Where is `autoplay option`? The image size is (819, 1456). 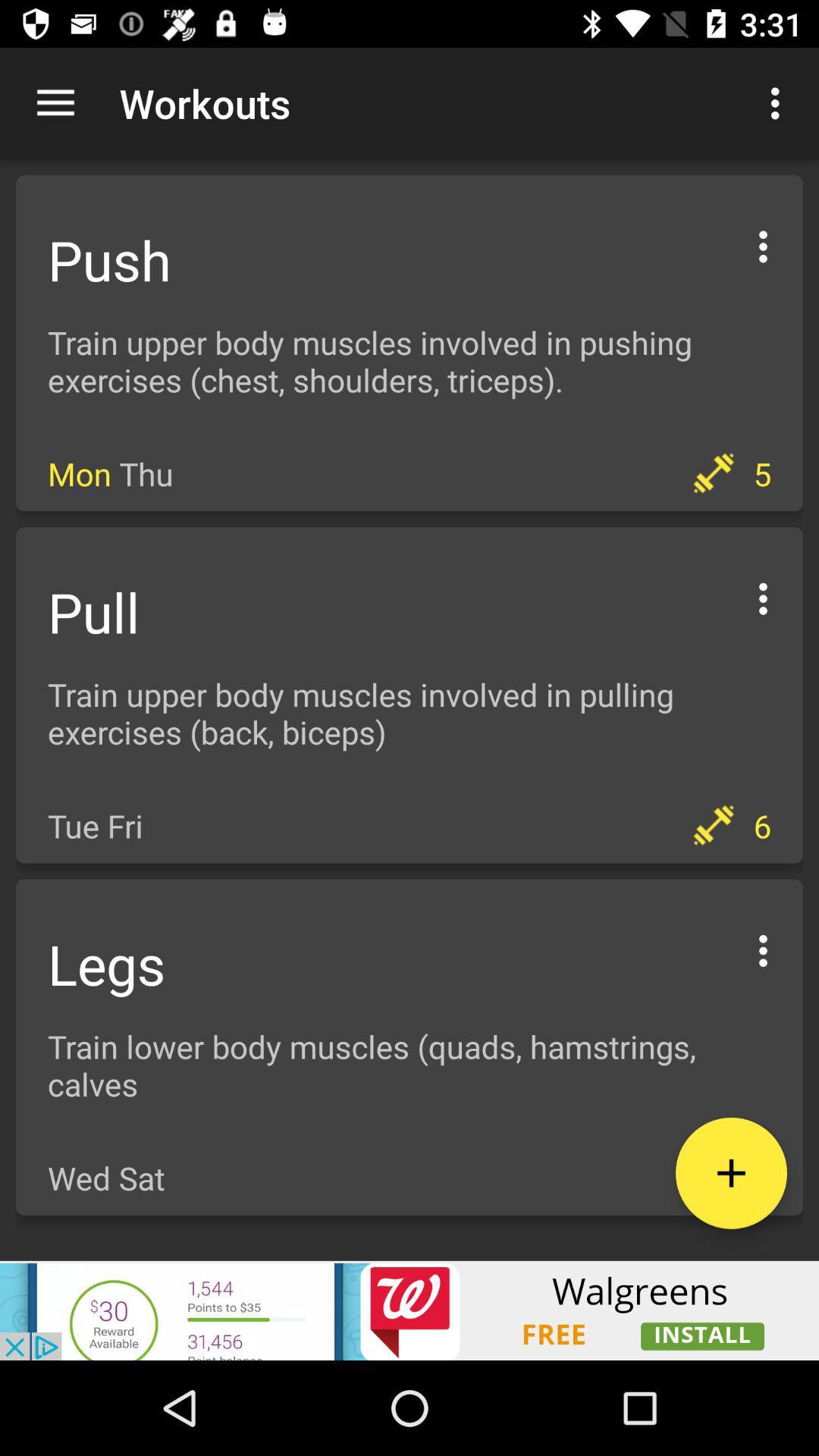
autoplay option is located at coordinates (763, 595).